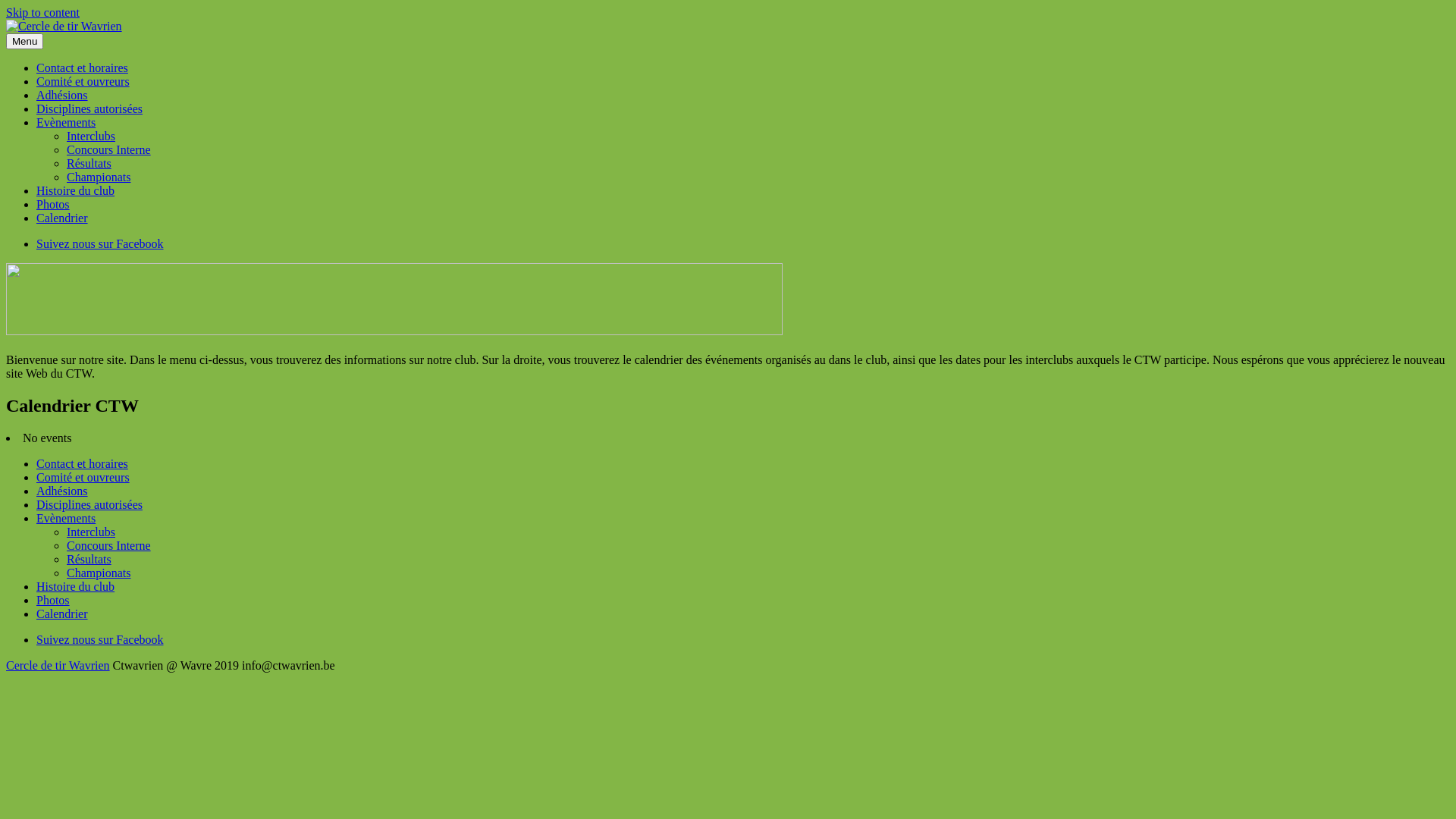 The height and width of the screenshot is (819, 1456). Describe the element at coordinates (65, 573) in the screenshot. I see `'Championats'` at that location.